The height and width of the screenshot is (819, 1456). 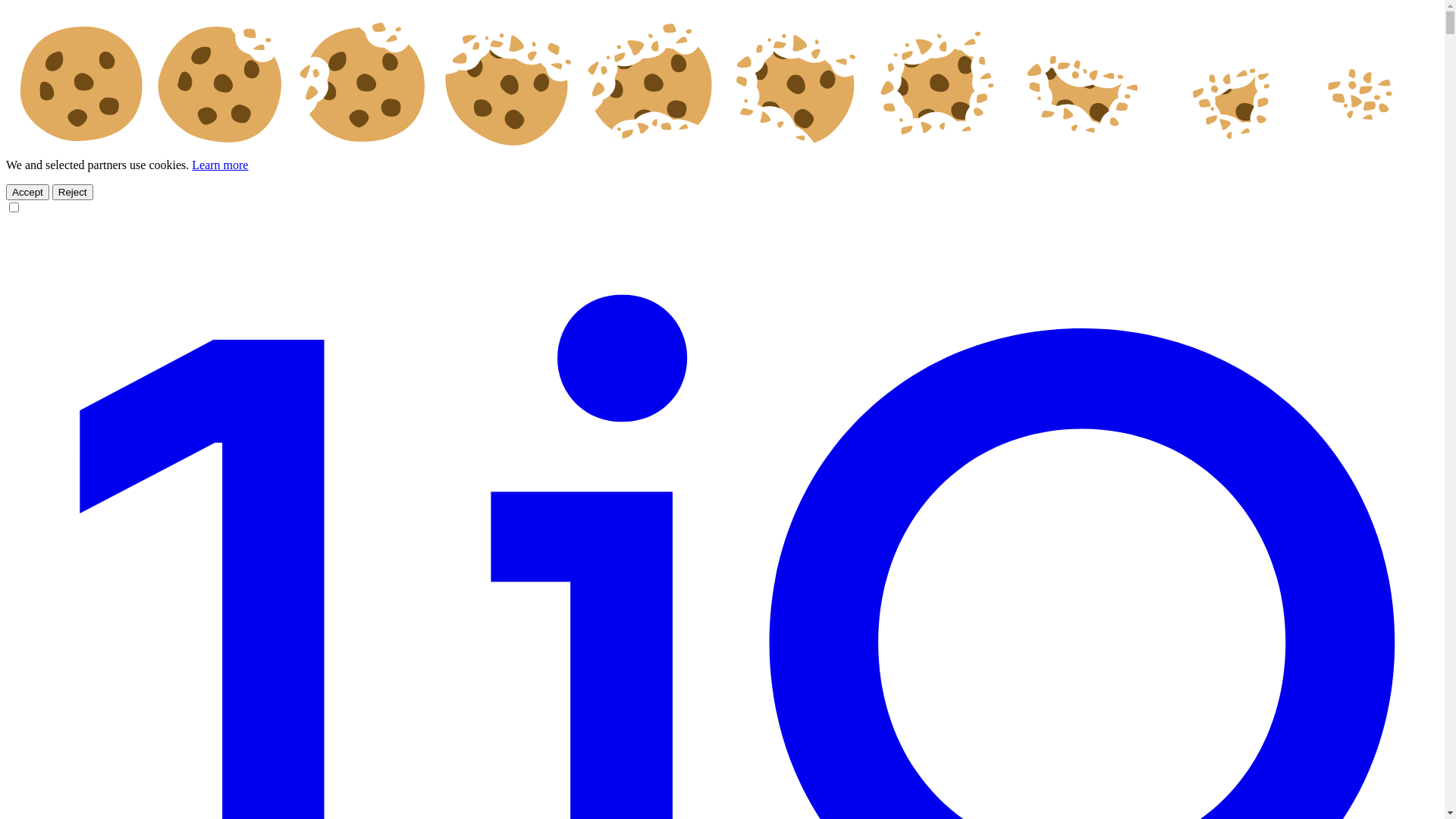 What do you see at coordinates (27, 191) in the screenshot?
I see `'Accept'` at bounding box center [27, 191].